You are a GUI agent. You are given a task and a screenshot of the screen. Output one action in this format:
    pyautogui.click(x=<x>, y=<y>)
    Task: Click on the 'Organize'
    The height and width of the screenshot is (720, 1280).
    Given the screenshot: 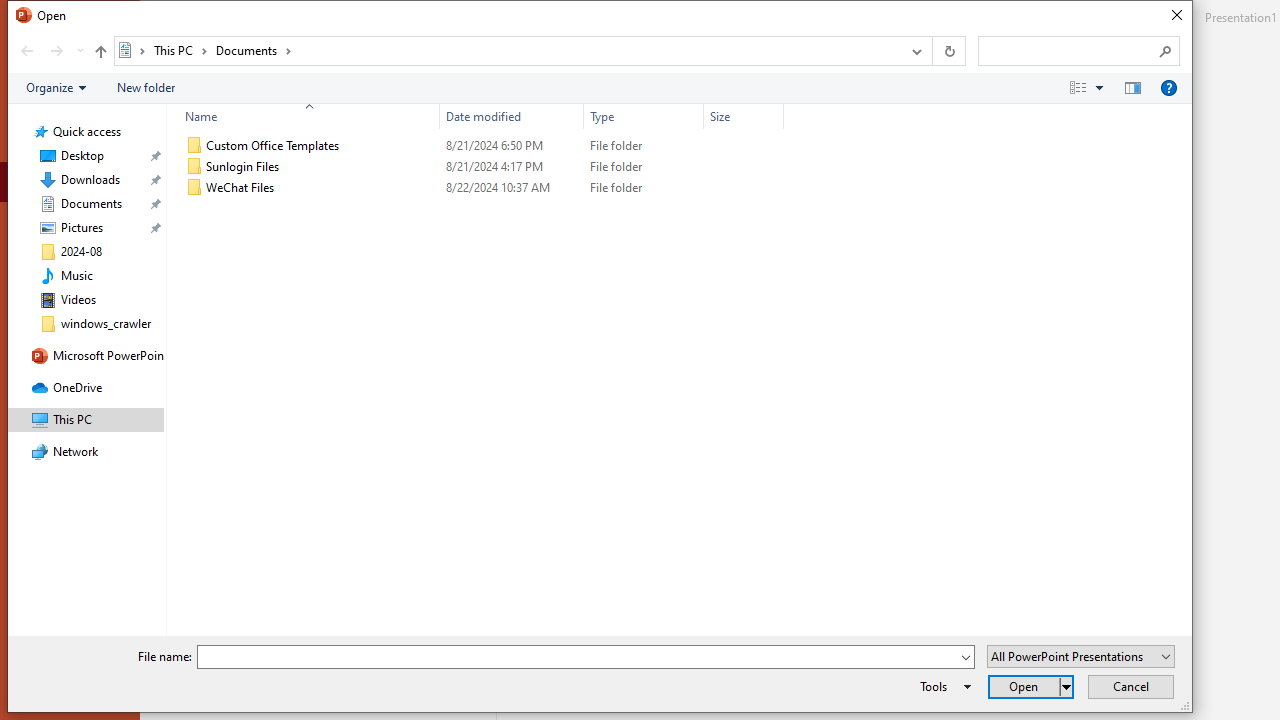 What is the action you would take?
    pyautogui.click(x=56, y=86)
    